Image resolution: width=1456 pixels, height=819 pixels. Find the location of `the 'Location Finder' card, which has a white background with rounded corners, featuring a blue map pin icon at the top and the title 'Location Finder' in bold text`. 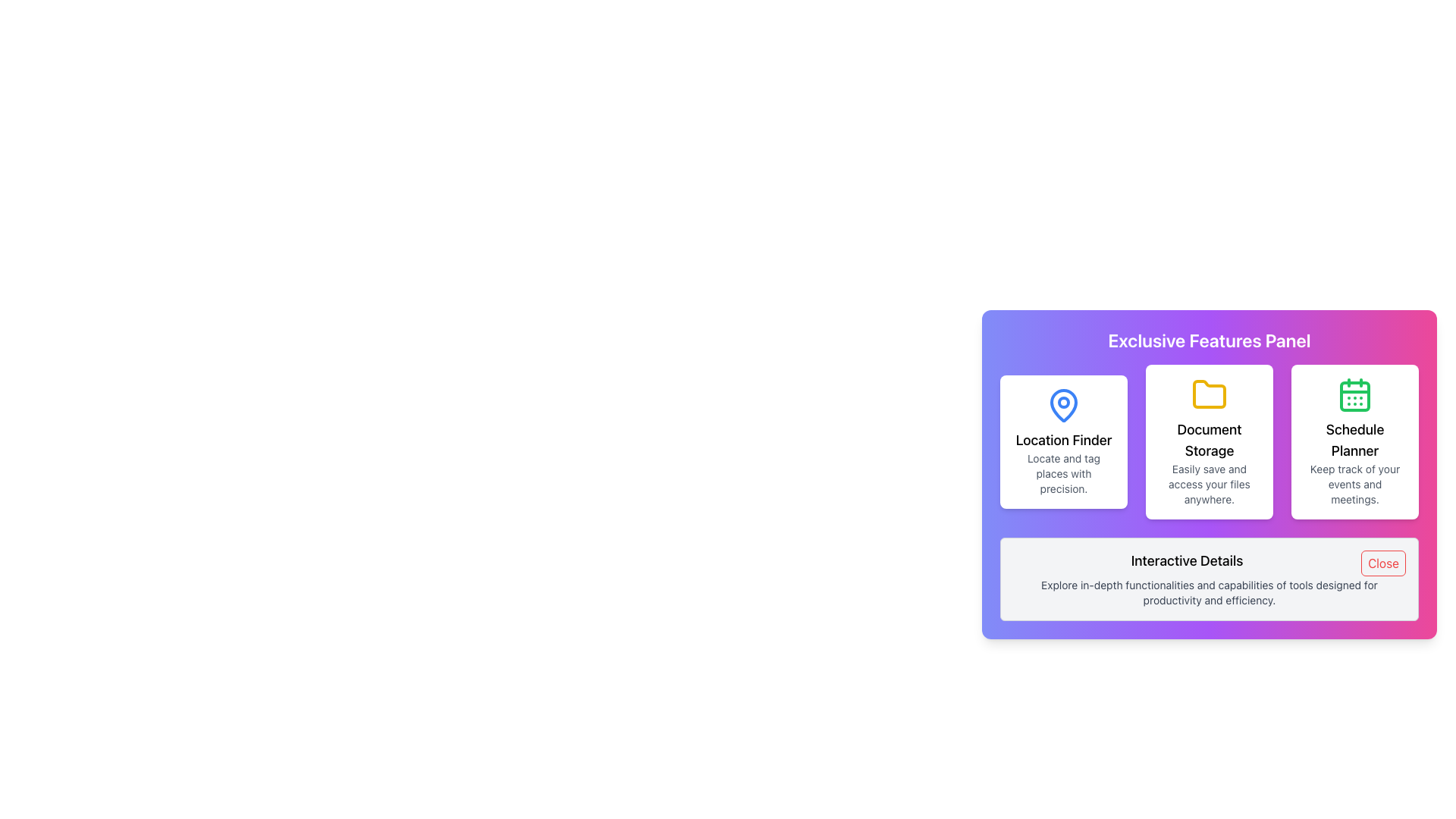

the 'Location Finder' card, which has a white background with rounded corners, featuring a blue map pin icon at the top and the title 'Location Finder' in bold text is located at coordinates (1062, 441).